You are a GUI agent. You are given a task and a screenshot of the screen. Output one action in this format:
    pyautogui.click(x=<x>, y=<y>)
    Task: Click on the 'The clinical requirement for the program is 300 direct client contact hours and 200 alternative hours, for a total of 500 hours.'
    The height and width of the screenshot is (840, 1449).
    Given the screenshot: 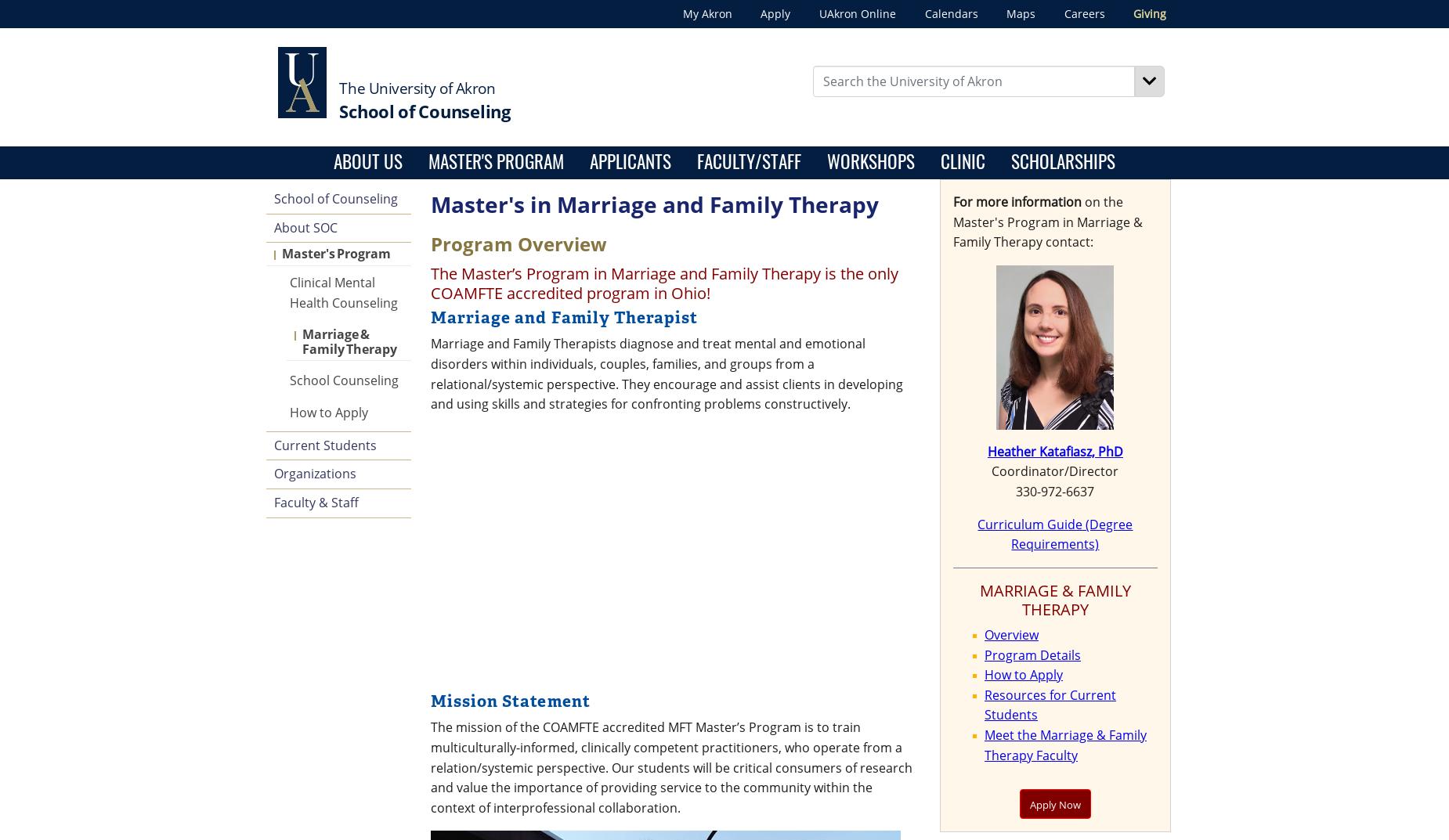 What is the action you would take?
    pyautogui.click(x=681, y=454)
    